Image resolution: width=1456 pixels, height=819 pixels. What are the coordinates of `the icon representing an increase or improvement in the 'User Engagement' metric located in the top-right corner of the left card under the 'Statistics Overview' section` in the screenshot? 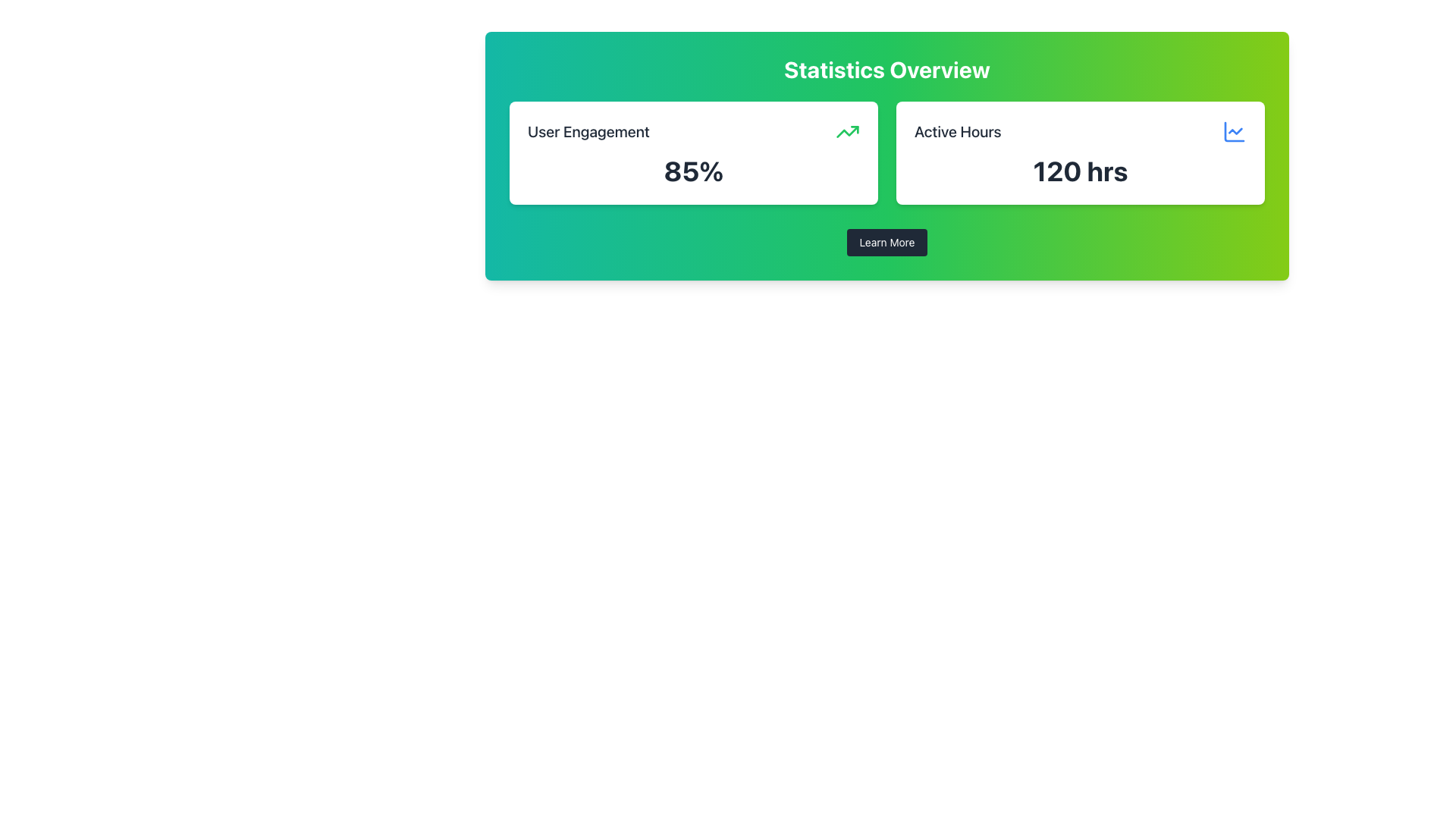 It's located at (847, 130).